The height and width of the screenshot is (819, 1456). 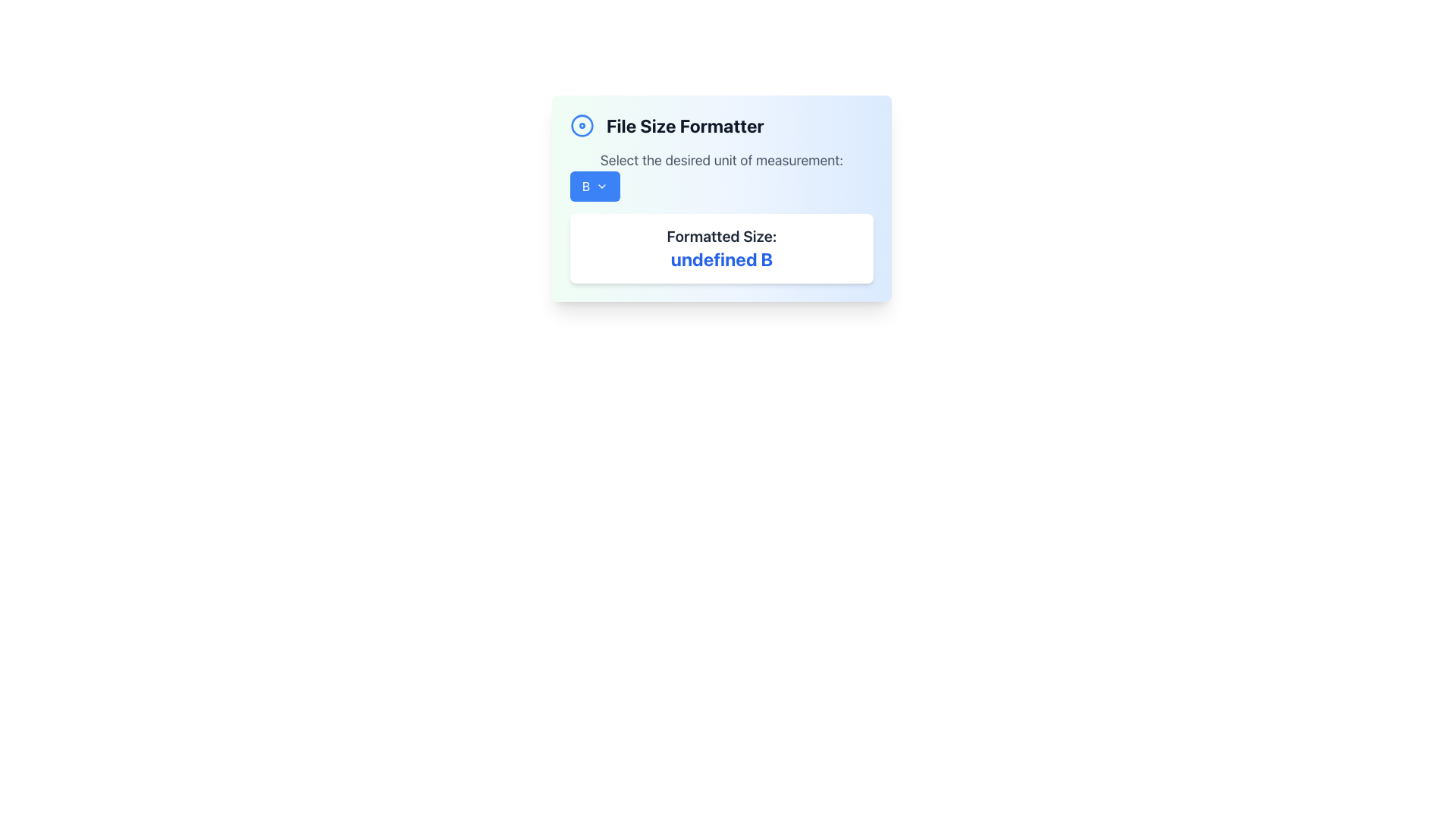 What do you see at coordinates (595, 186) in the screenshot?
I see `the button with a blue background and a bold white letter 'B' followed by a downward-facing chevron icon` at bounding box center [595, 186].